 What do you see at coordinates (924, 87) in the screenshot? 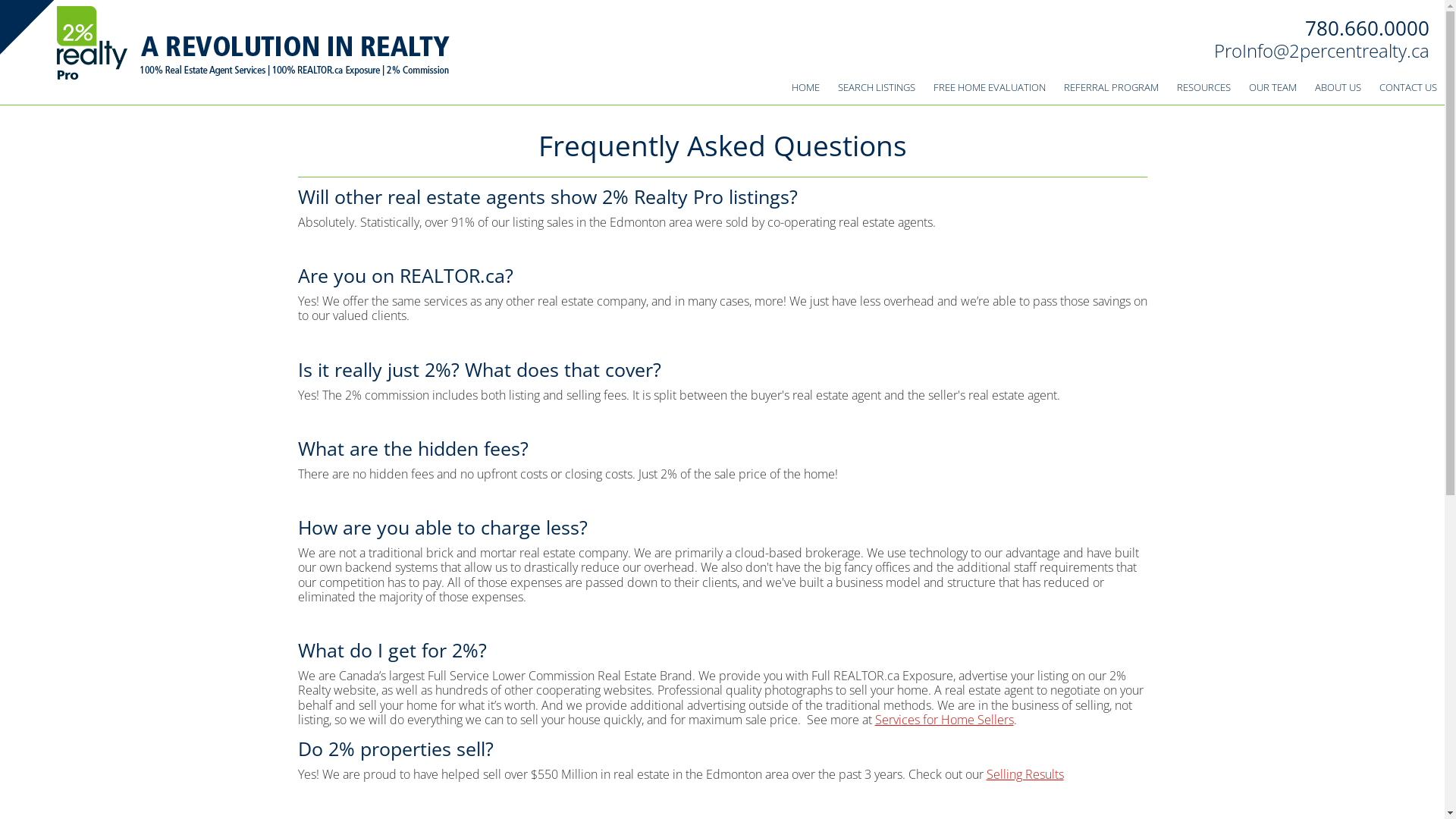
I see `'FREE HOME EVALUATION'` at bounding box center [924, 87].